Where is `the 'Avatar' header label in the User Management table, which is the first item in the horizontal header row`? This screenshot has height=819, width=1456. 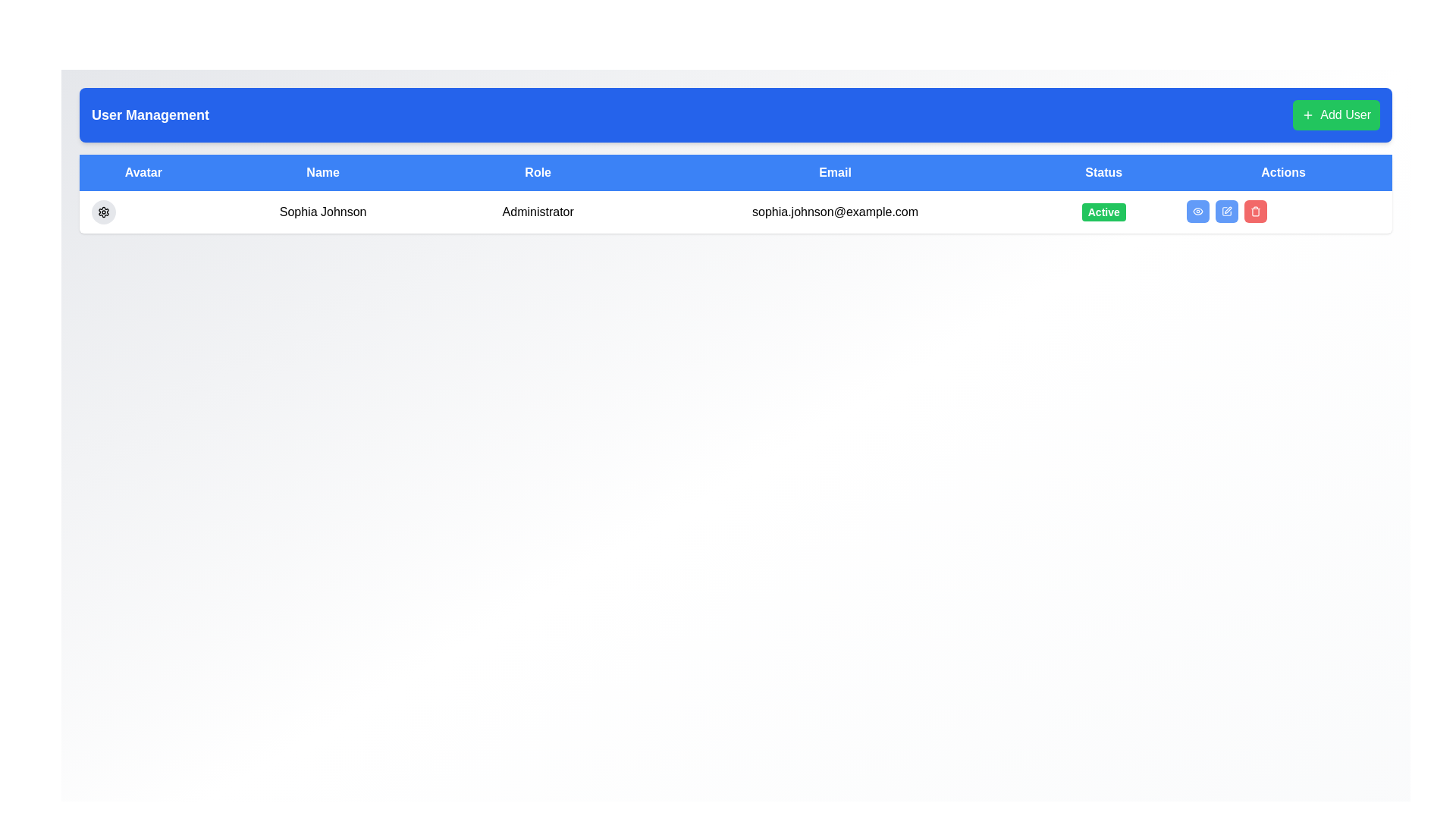 the 'Avatar' header label in the User Management table, which is the first item in the horizontal header row is located at coordinates (143, 171).